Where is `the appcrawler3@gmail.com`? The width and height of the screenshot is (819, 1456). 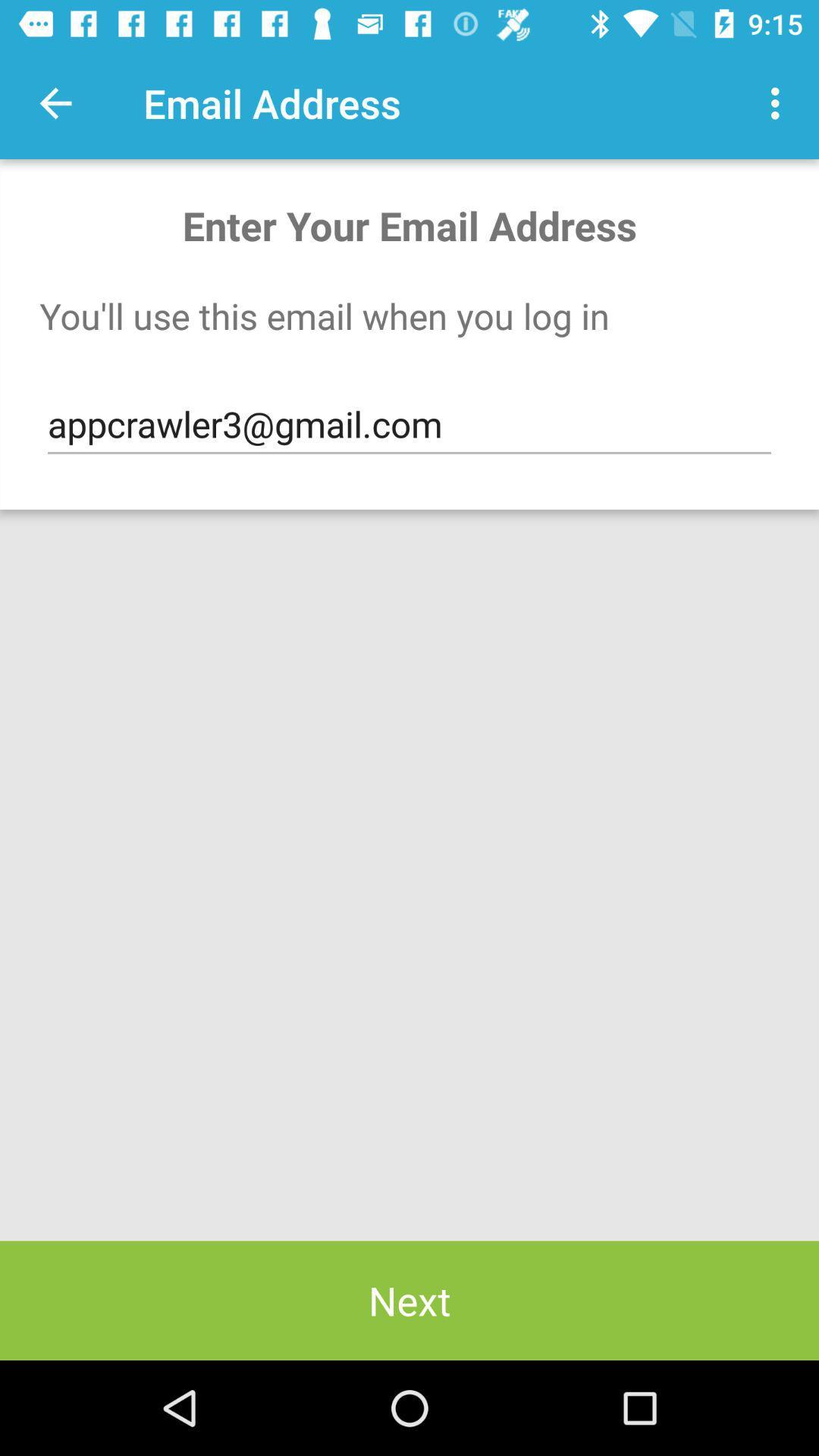
the appcrawler3@gmail.com is located at coordinates (409, 425).